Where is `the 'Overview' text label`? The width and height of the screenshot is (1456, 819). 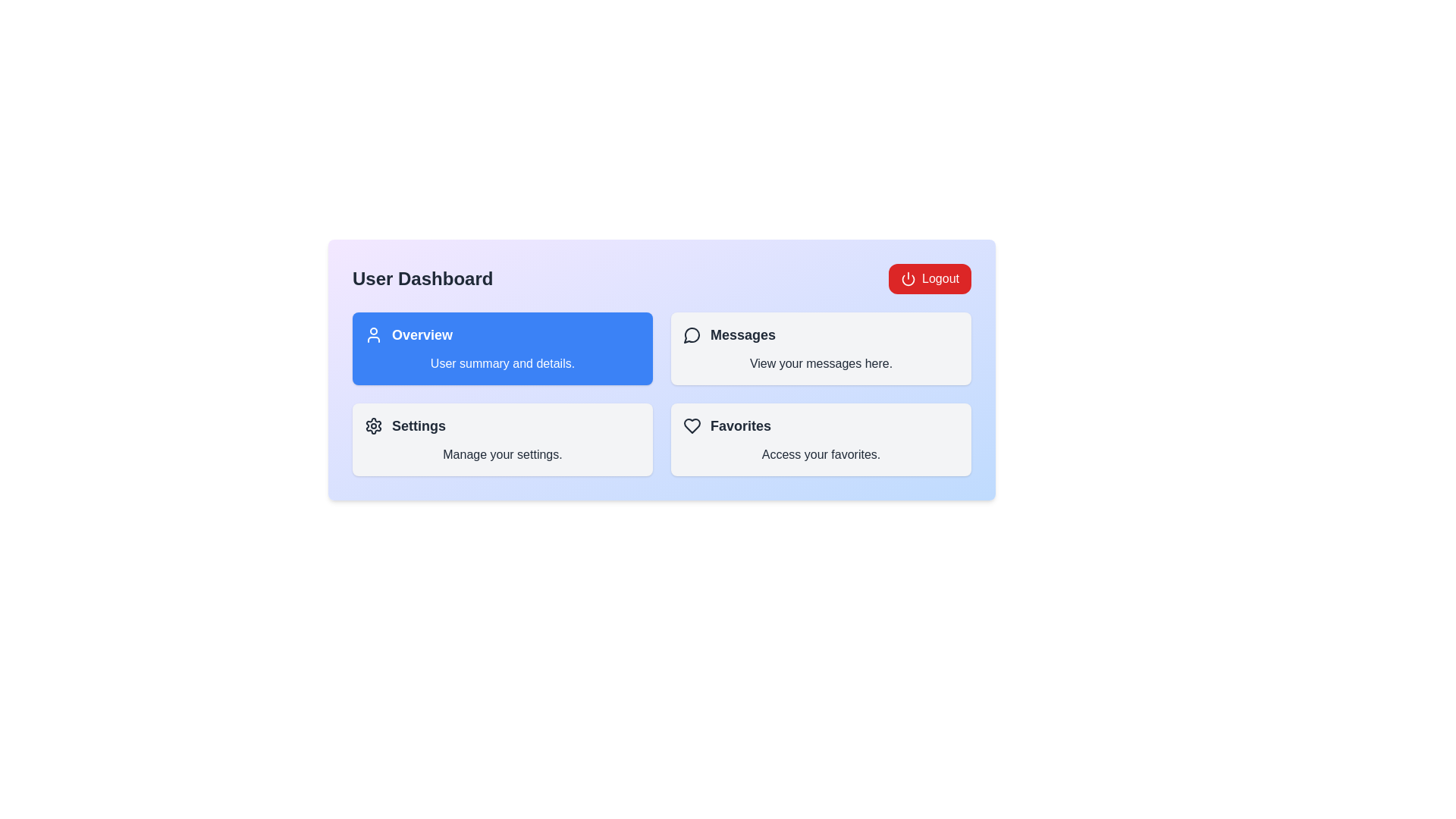 the 'Overview' text label is located at coordinates (422, 334).